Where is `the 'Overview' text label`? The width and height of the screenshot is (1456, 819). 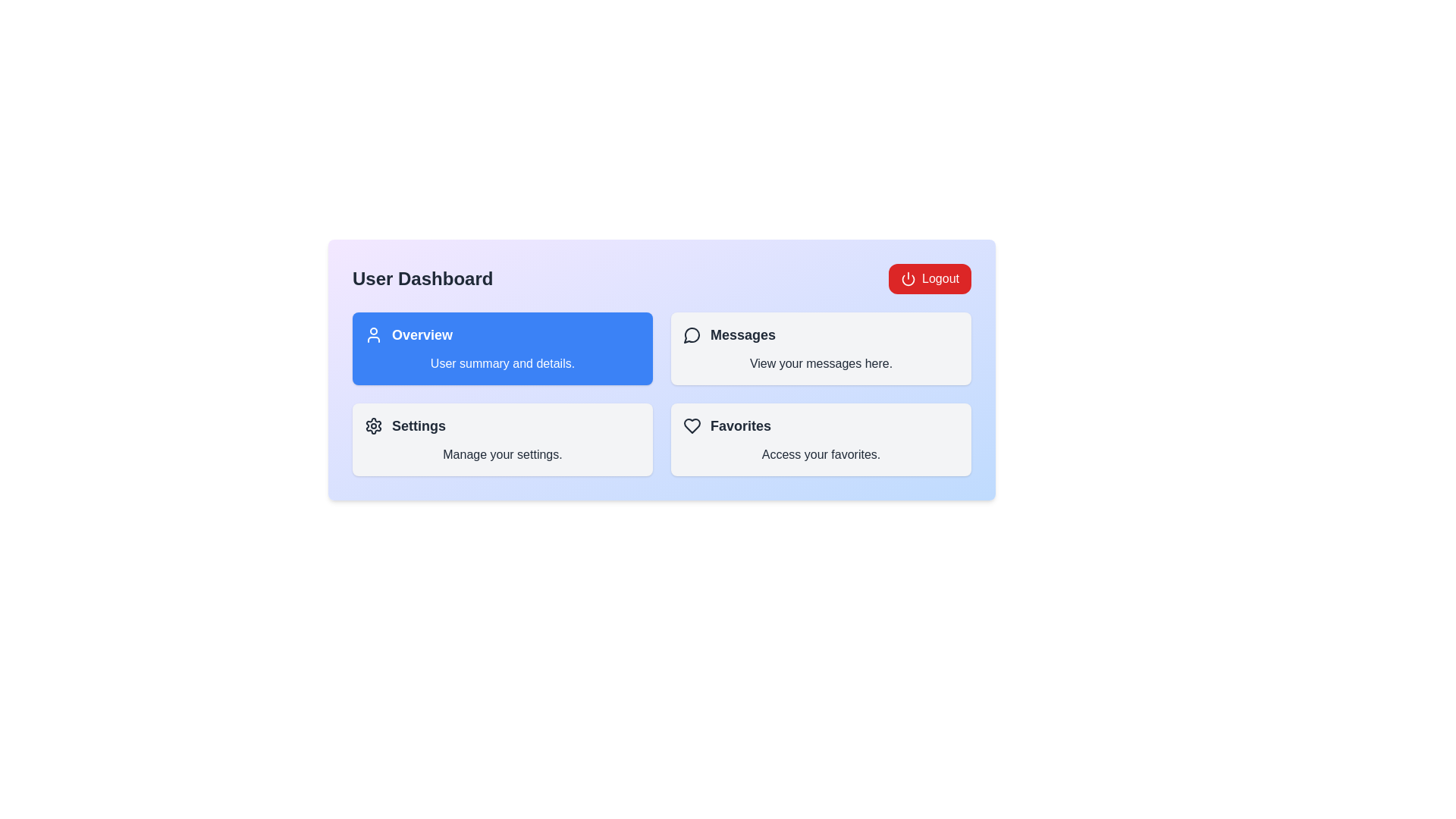 the 'Overview' text label is located at coordinates (422, 334).